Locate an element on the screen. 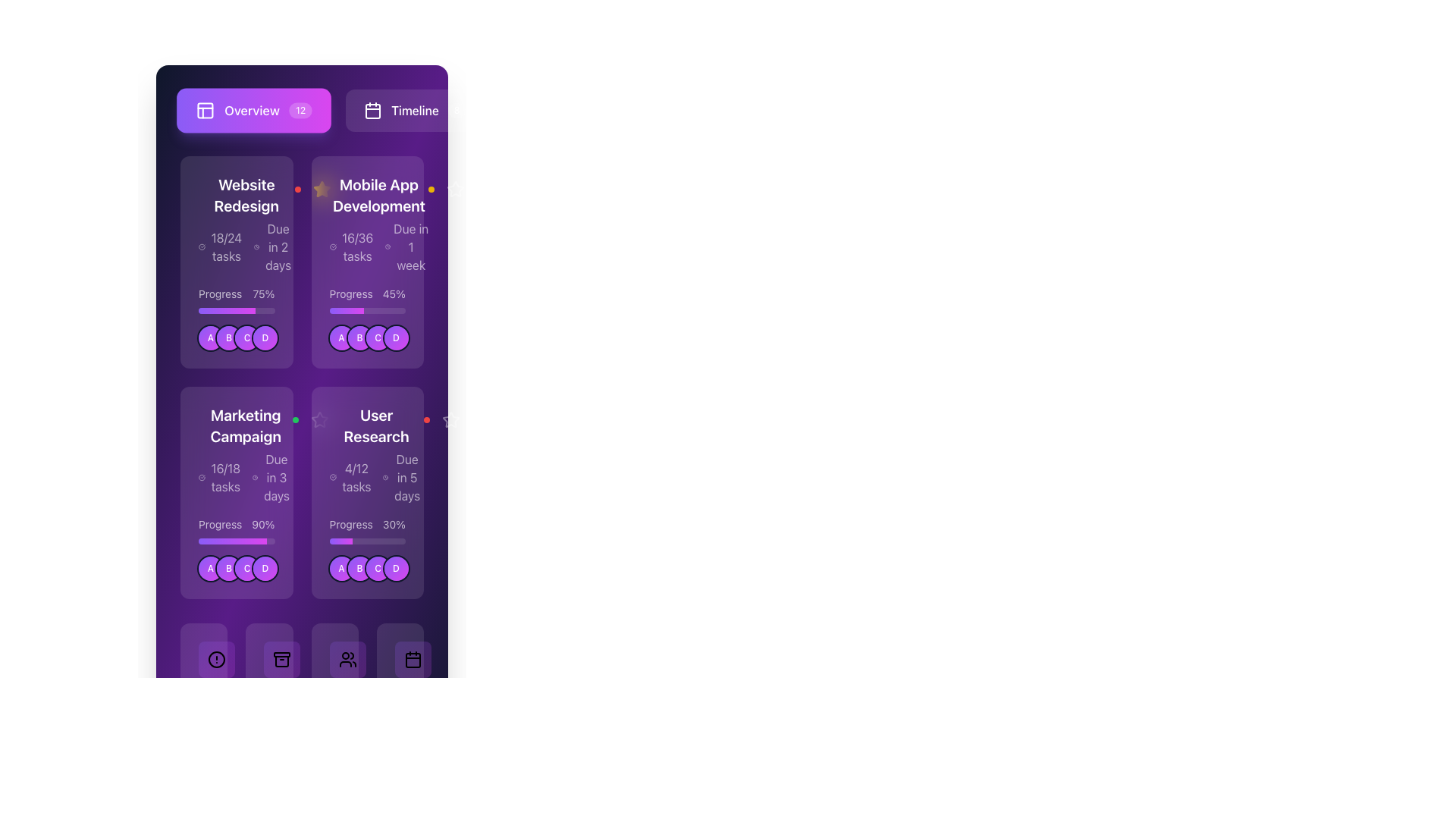 This screenshot has width=1456, height=819. the purple rectangle with rounded corners that is part of the calendar icon in the navigation bar at the bottom right of the interface, if it is interactive is located at coordinates (413, 660).